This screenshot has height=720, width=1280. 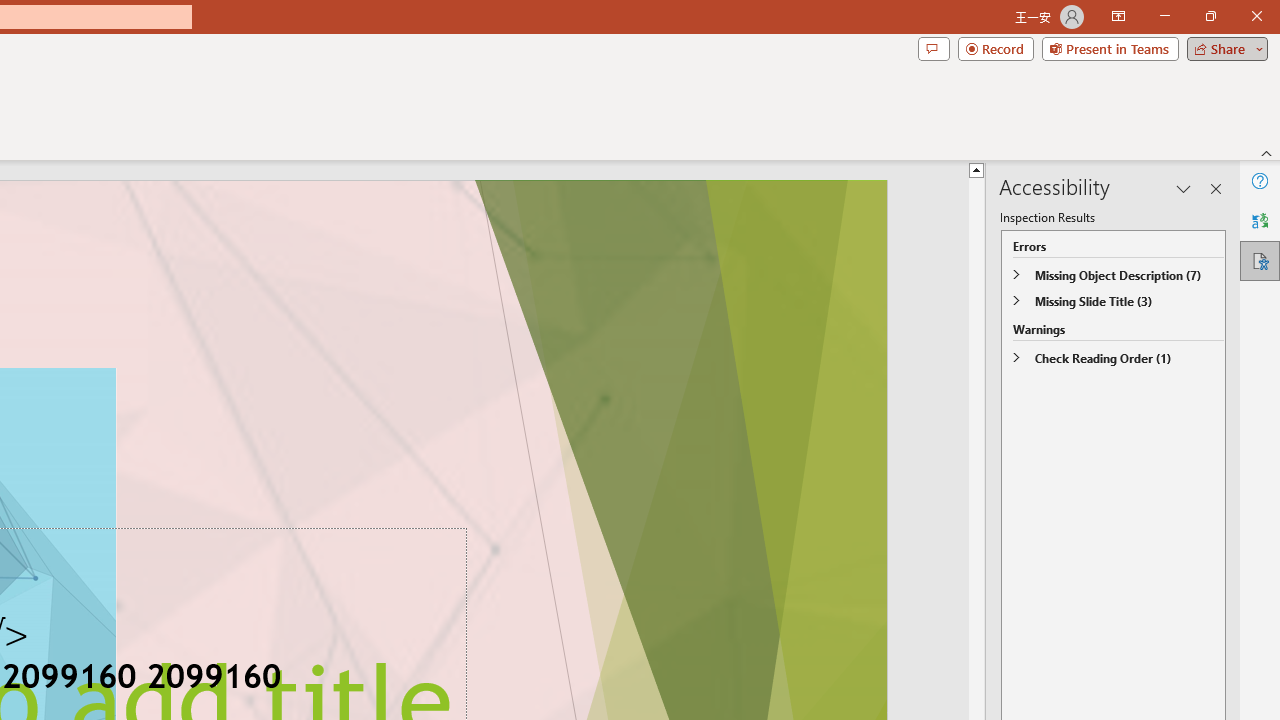 I want to click on 'Close pane', so click(x=1215, y=189).